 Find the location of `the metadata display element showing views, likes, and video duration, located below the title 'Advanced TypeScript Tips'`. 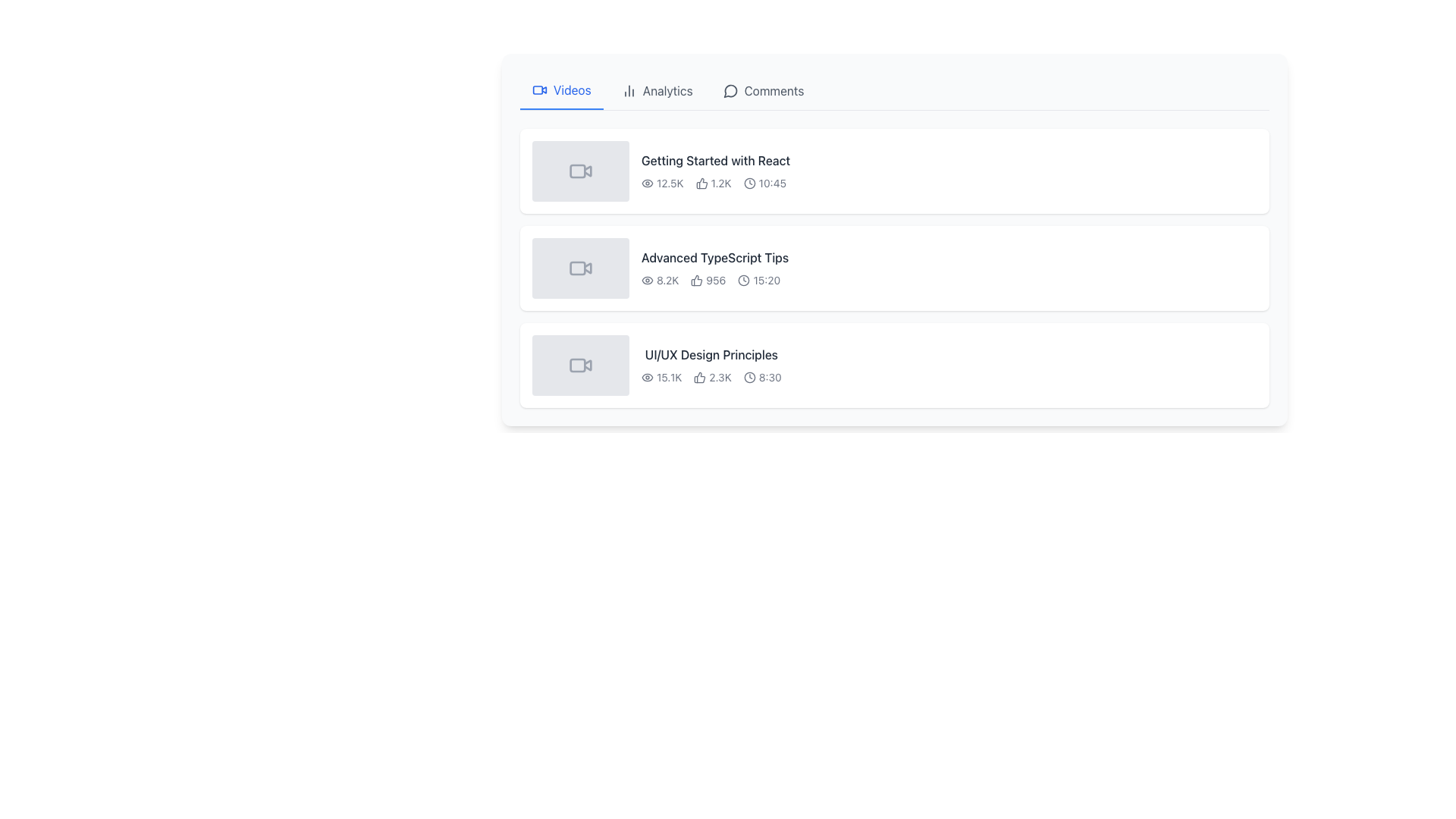

the metadata display element showing views, likes, and video duration, located below the title 'Advanced TypeScript Tips' is located at coordinates (714, 281).